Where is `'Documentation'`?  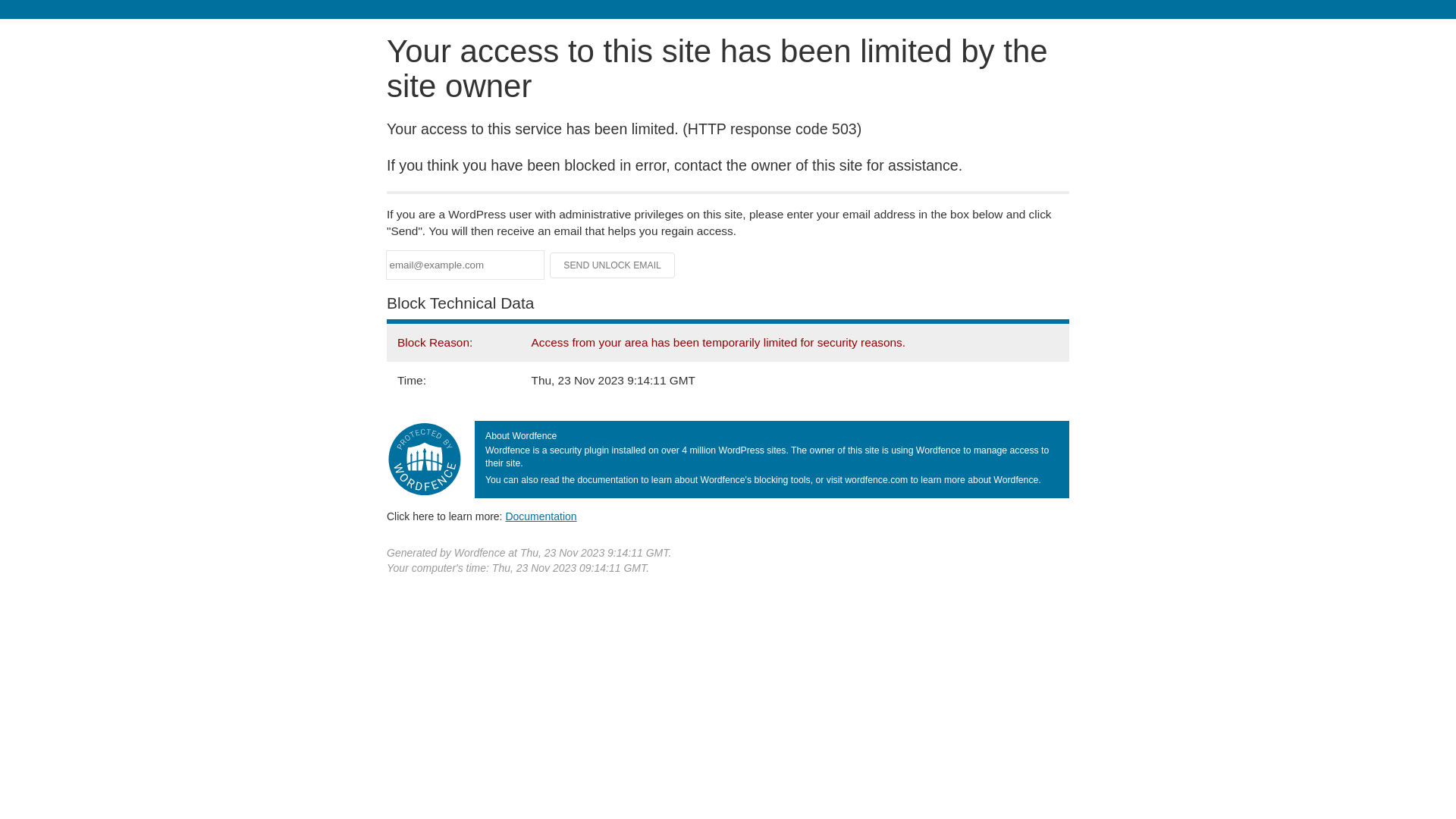 'Documentation' is located at coordinates (541, 516).